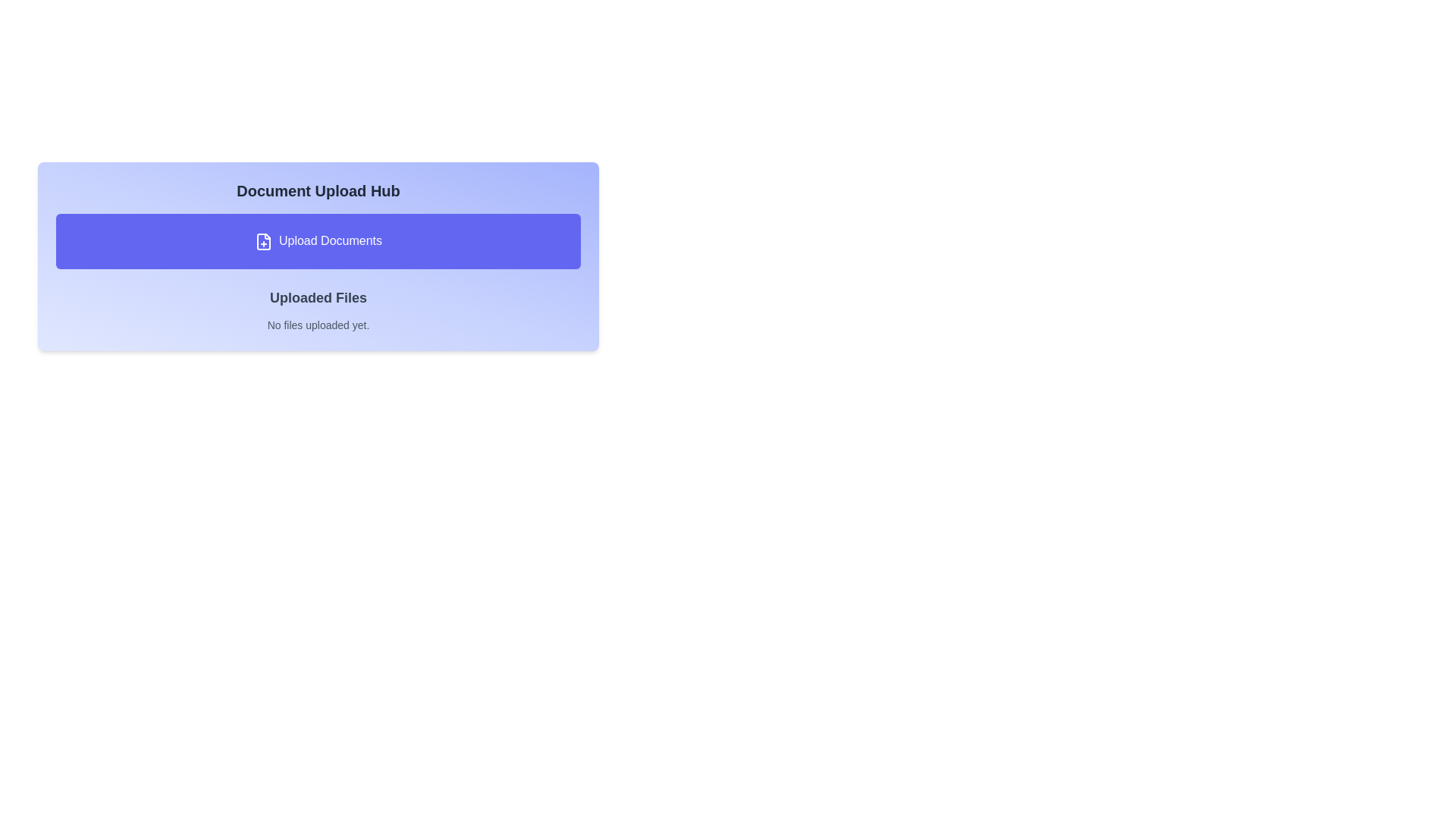 The width and height of the screenshot is (1456, 819). I want to click on the 'Uploaded Files' text label, which is prominently styled with a bold, large gray font and is located below the 'Upload Documents' button, so click(318, 297).